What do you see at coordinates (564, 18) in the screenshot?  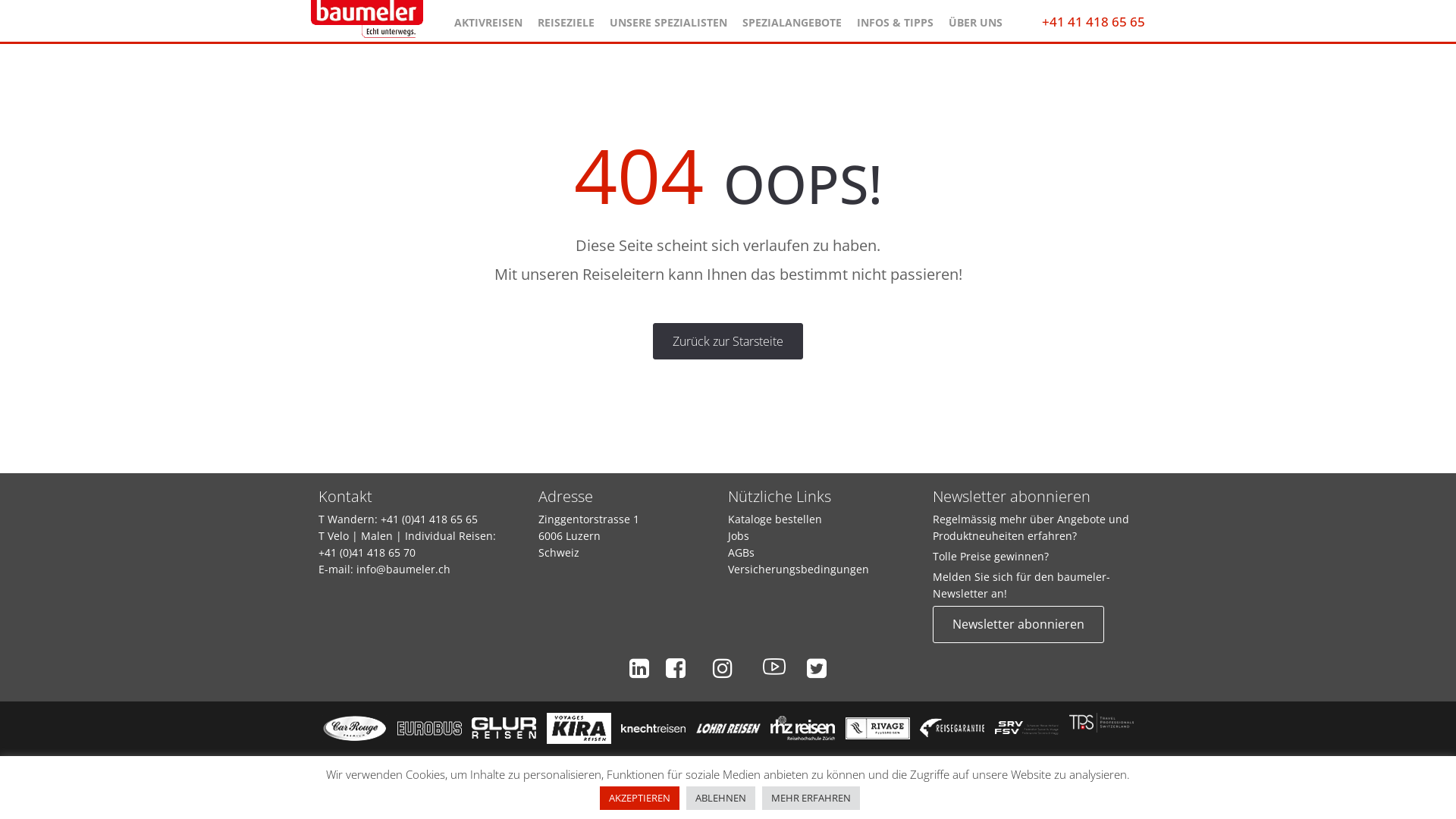 I see `'REISEZIELE'` at bounding box center [564, 18].